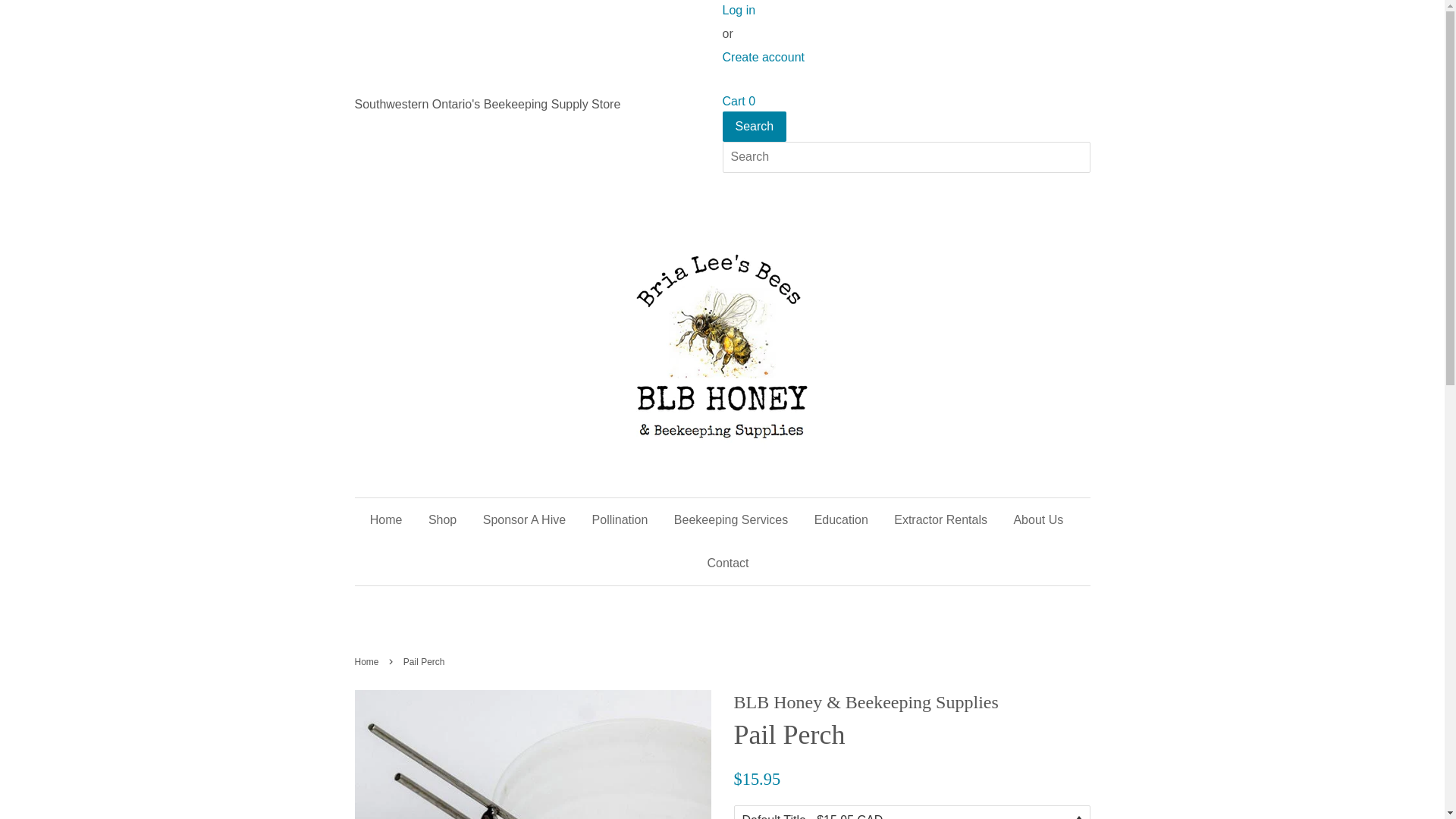 This screenshot has height=819, width=1456. I want to click on 'Extractor Rentals', so click(882, 519).